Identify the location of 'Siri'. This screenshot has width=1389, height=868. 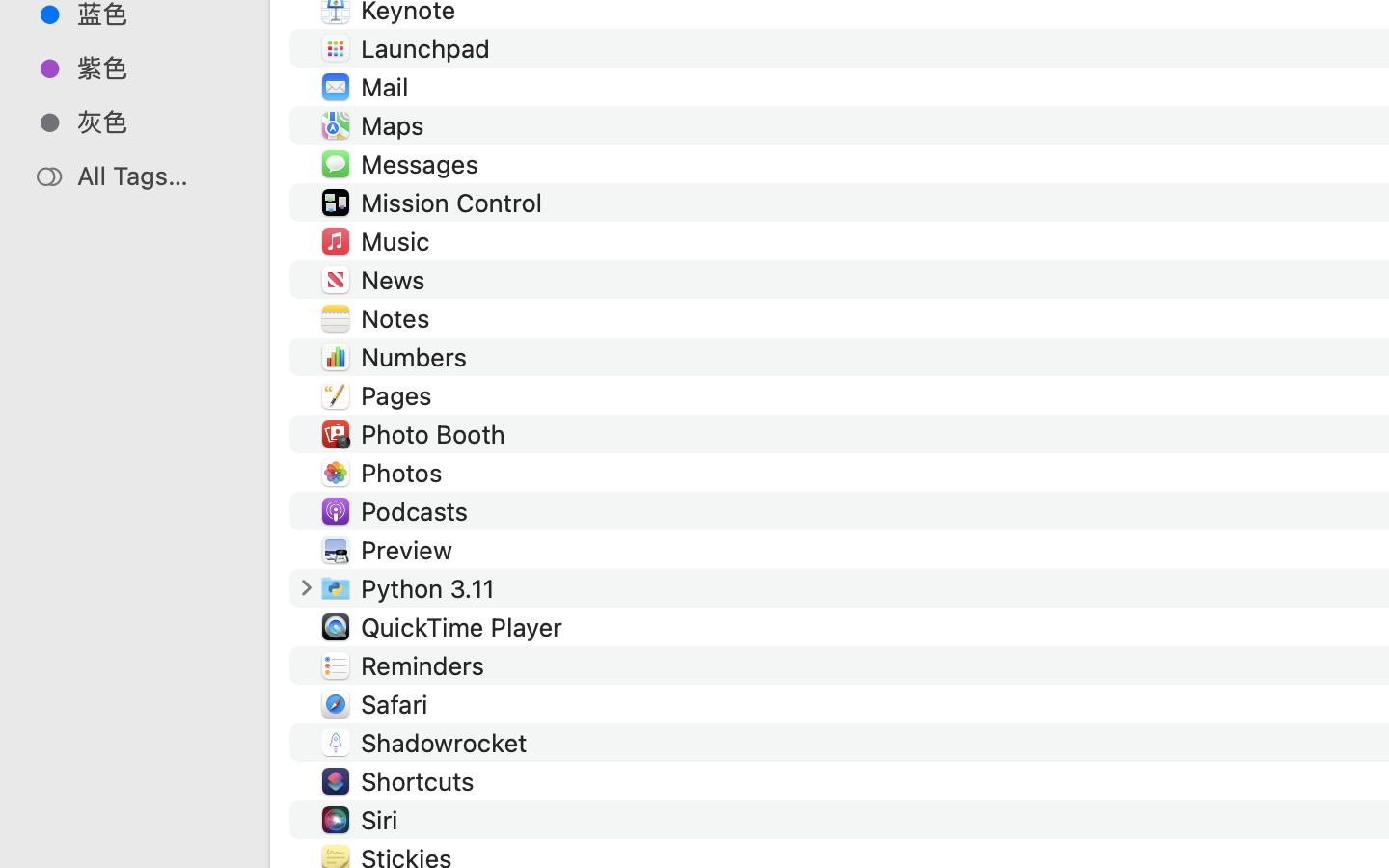
(383, 819).